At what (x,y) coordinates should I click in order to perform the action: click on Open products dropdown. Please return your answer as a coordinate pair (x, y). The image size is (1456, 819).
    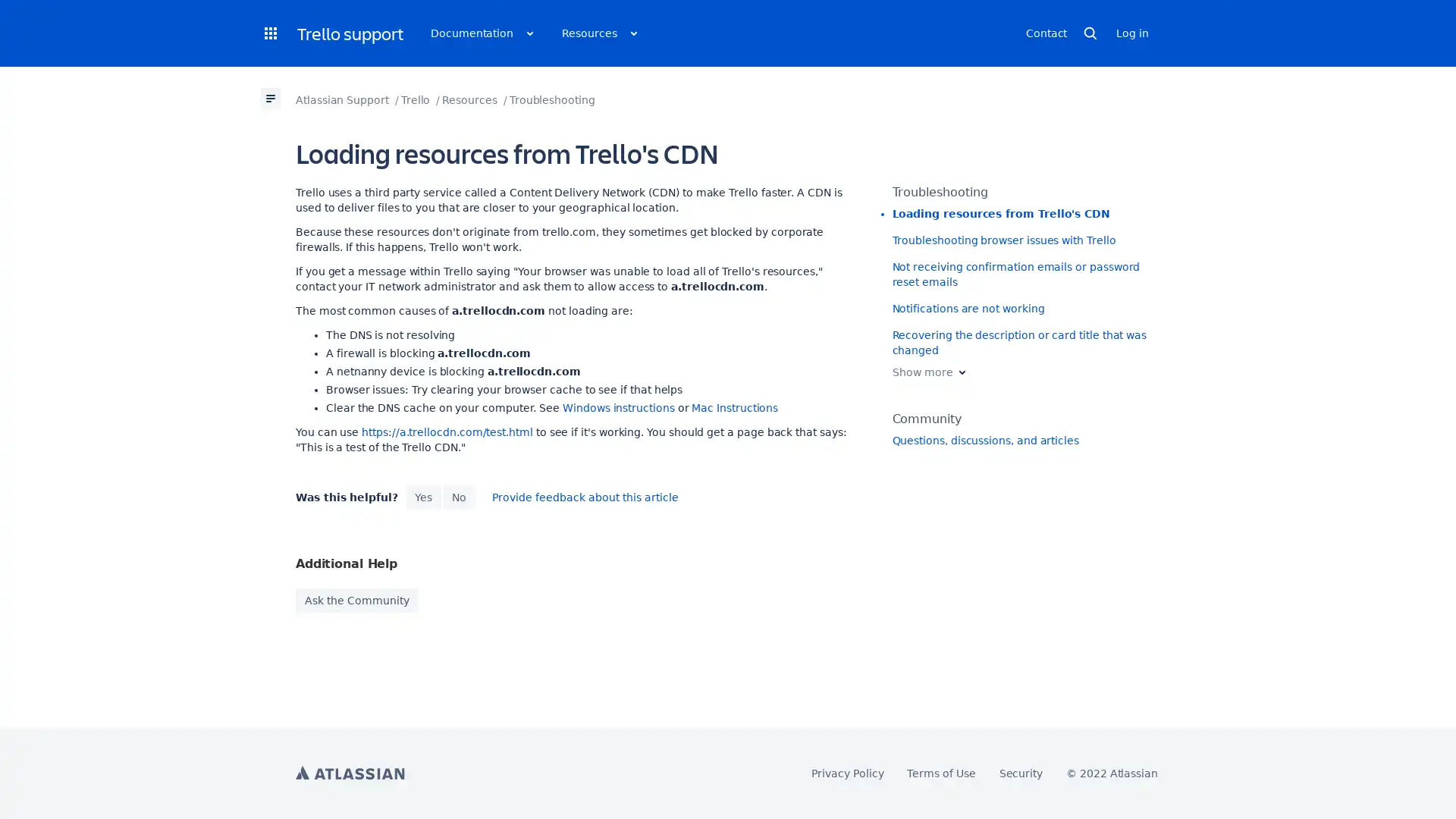
    Looking at the image, I should click on (270, 33).